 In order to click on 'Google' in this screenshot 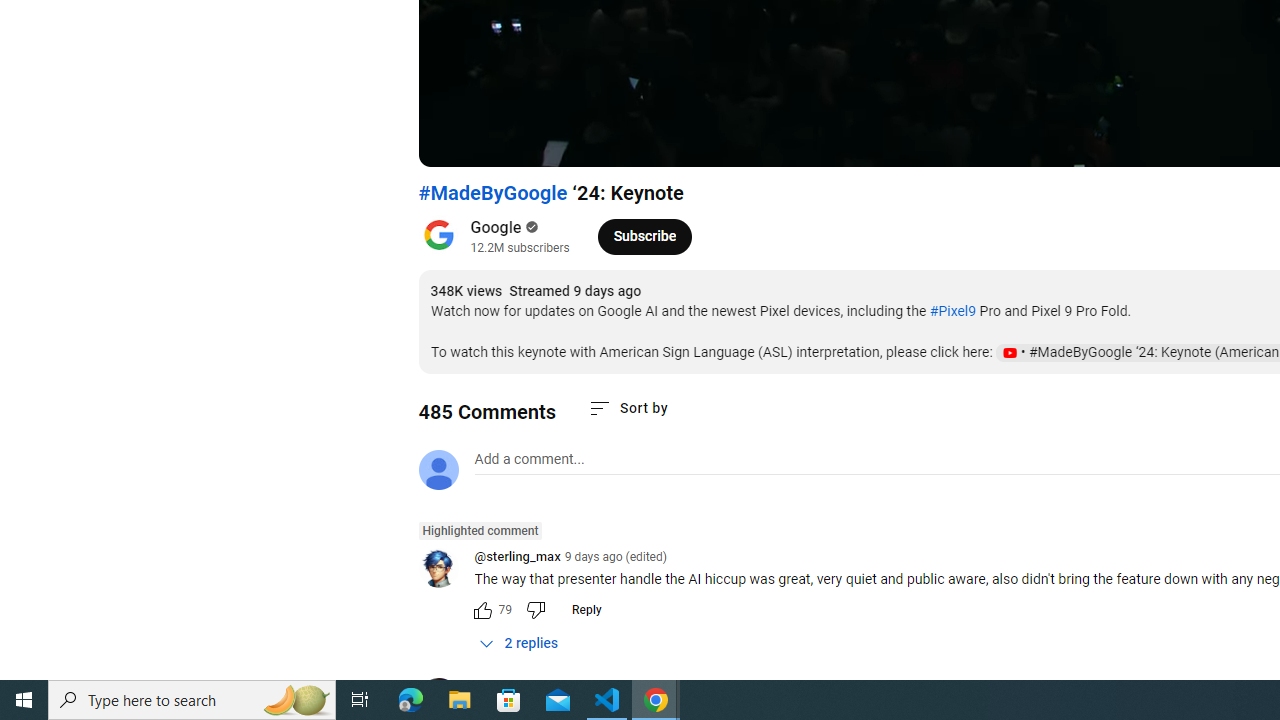, I will do `click(496, 226)`.